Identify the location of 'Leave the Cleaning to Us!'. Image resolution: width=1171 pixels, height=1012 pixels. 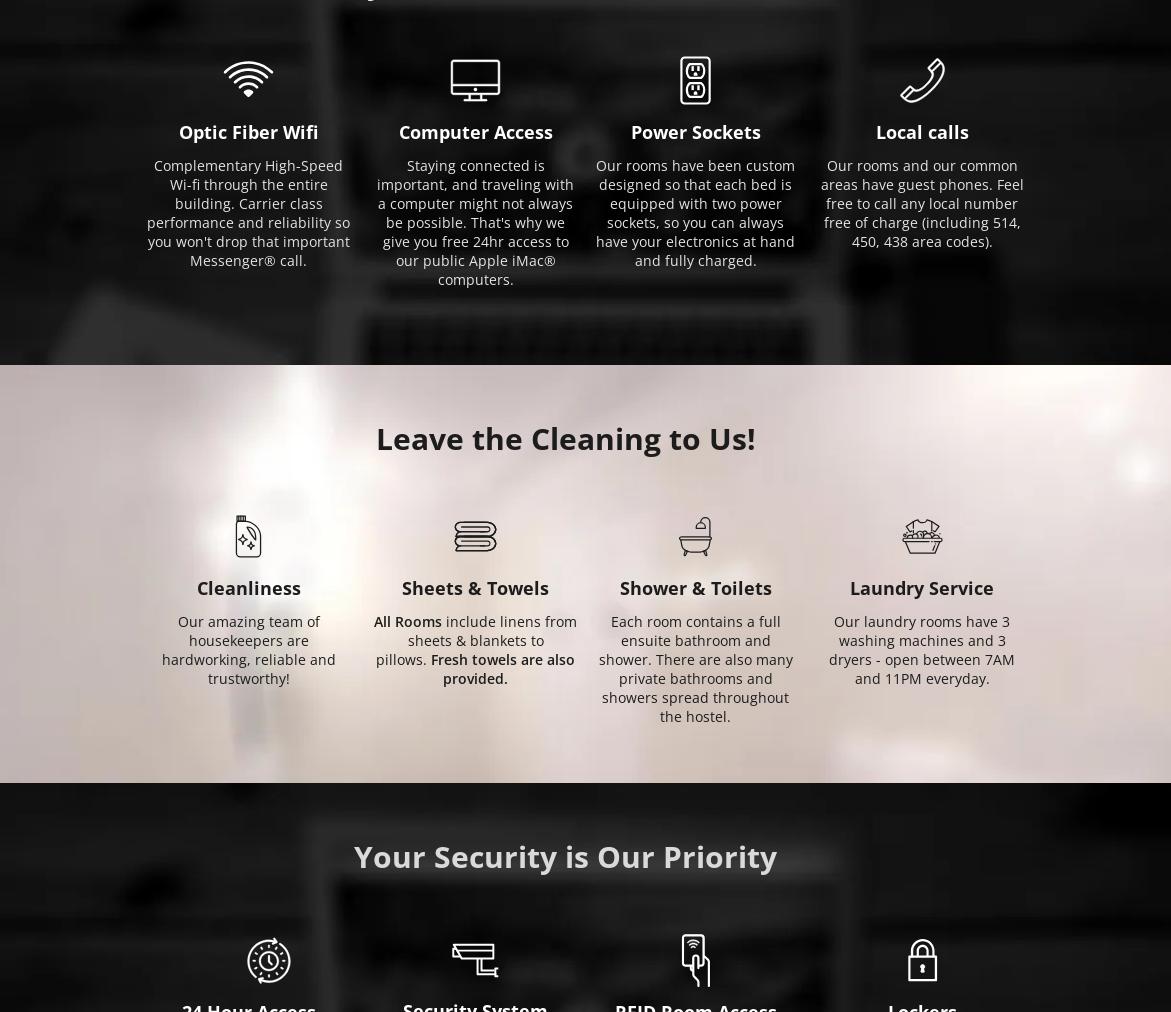
(373, 438).